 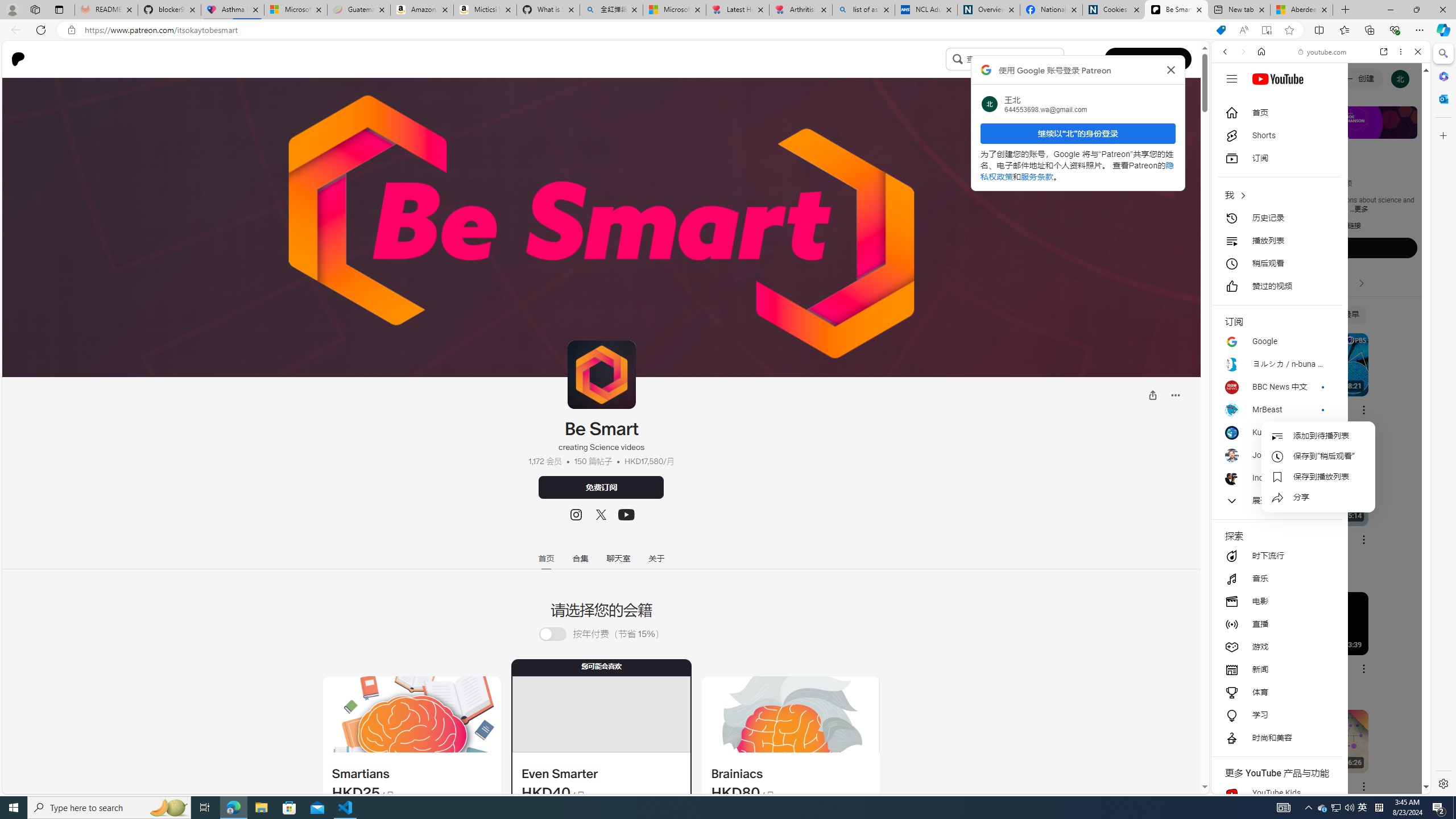 I want to click on 'Class: sc-jrQzAO inFiZu', so click(x=957, y=58).